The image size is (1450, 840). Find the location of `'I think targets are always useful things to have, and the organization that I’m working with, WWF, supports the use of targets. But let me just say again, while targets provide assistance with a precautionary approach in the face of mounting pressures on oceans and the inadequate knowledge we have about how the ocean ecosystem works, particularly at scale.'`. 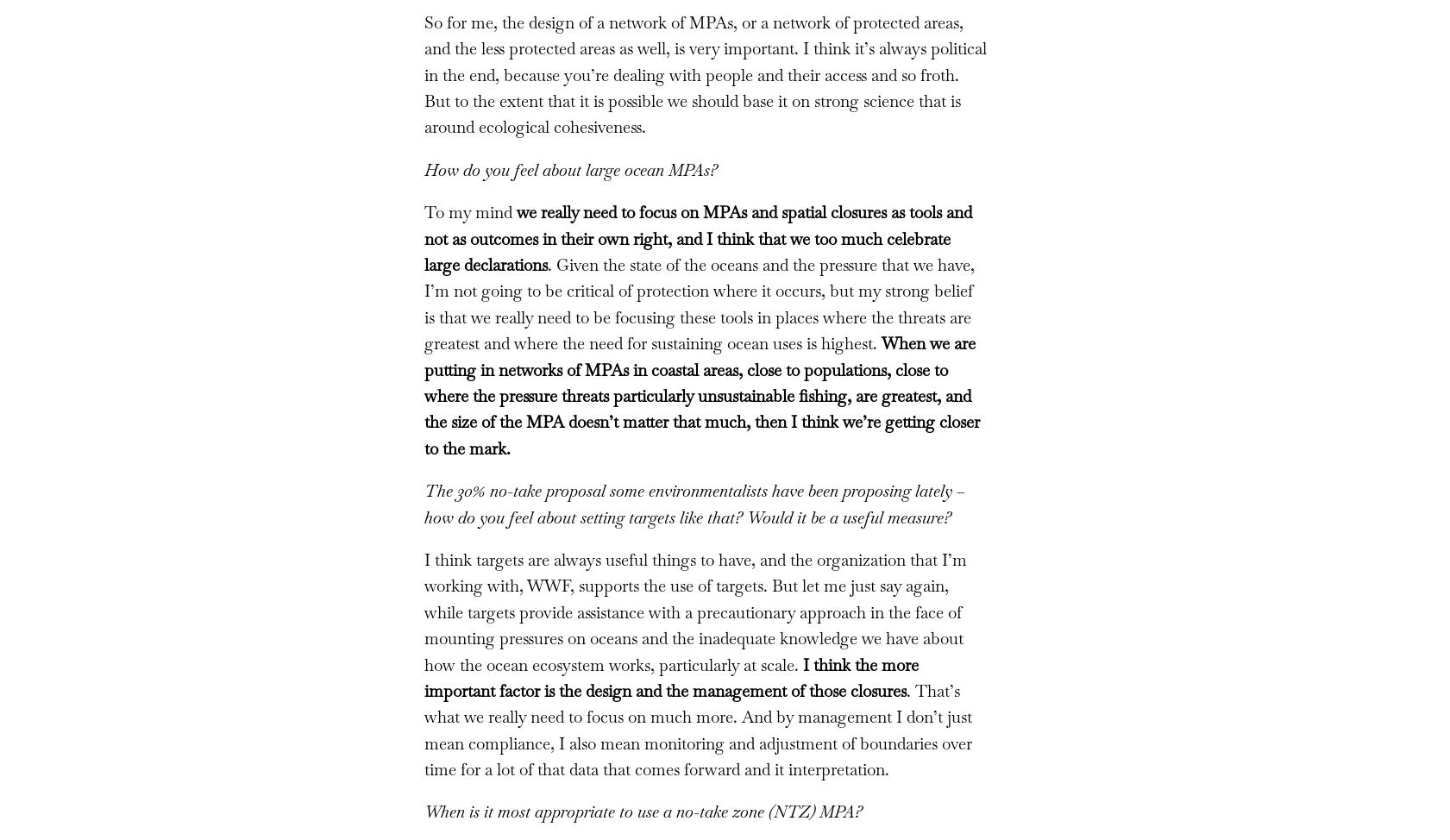

'I think targets are always useful things to have, and the organization that I’m working with, WWF, supports the use of targets. But let me just say again, while targets provide assistance with a precautionary approach in the face of mounting pressures on oceans and the inadequate knowledge we have about how the ocean ecosystem works, particularly at scale.' is located at coordinates (694, 611).